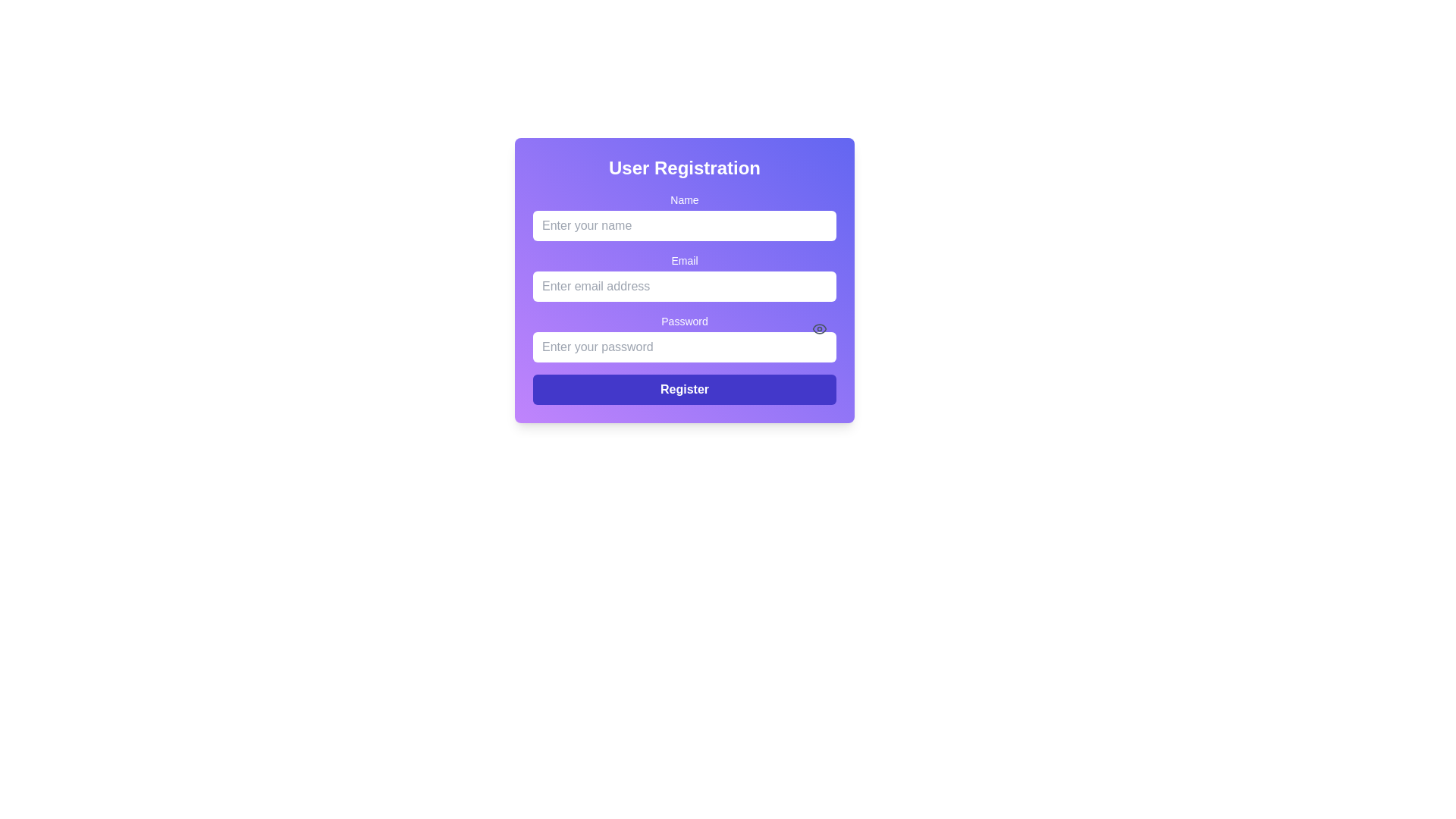 The width and height of the screenshot is (1456, 819). Describe the element at coordinates (818, 328) in the screenshot. I see `the eye-shaped icon next to the password input field in the User Registration form` at that location.